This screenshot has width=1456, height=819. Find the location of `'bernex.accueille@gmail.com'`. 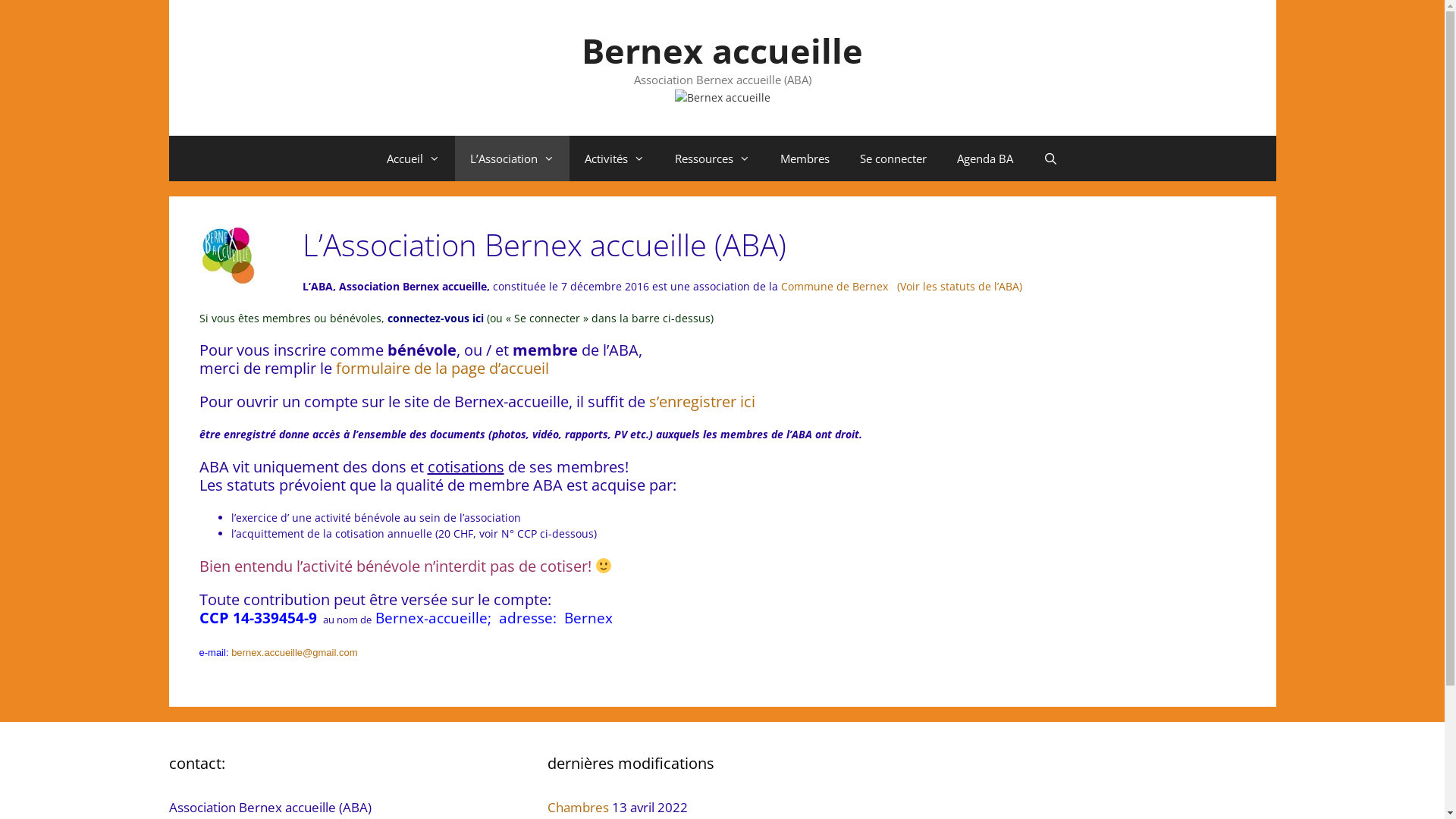

'bernex.accueille@gmail.com' is located at coordinates (294, 651).